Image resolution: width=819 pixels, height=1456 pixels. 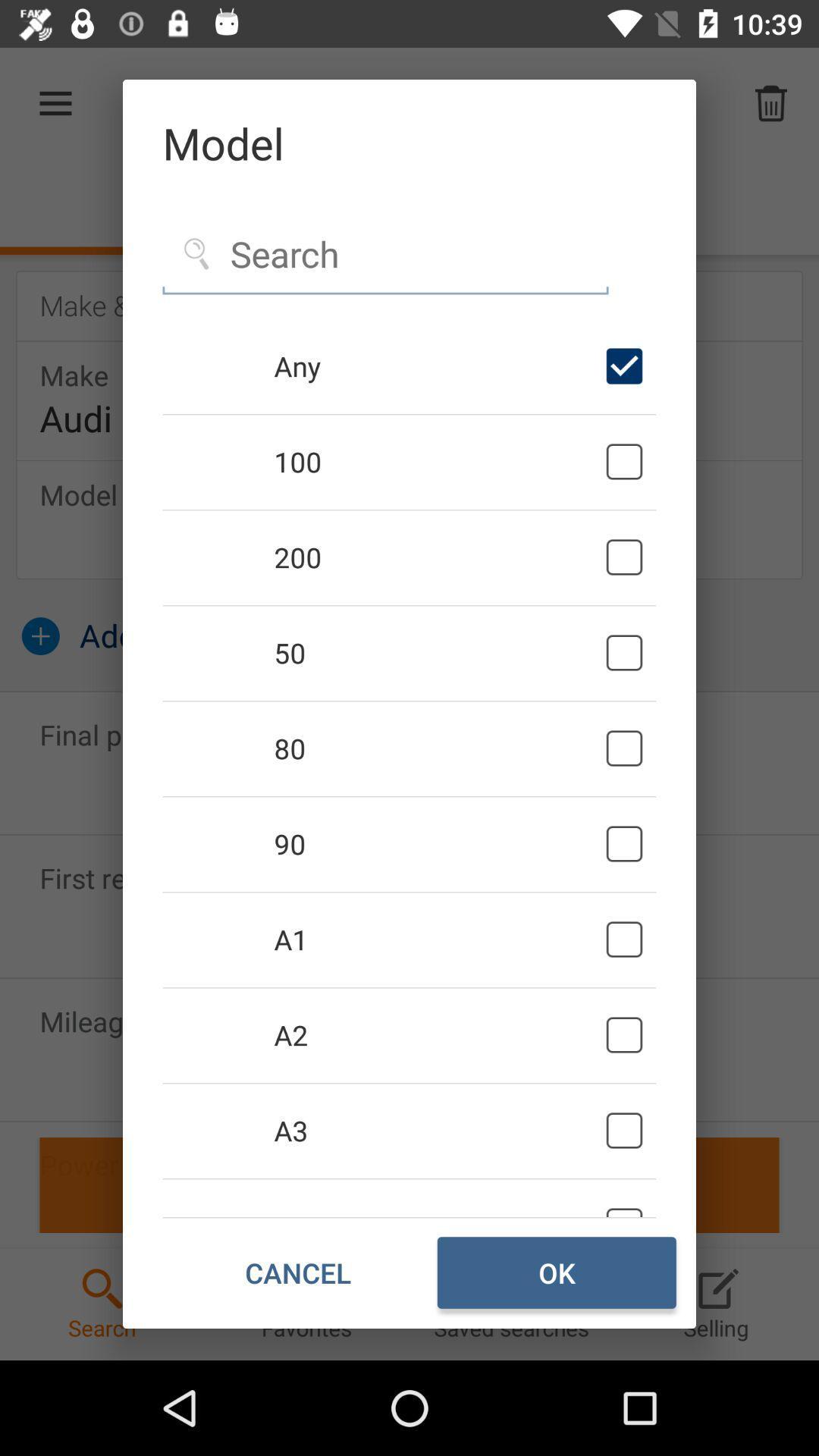 I want to click on the icon below the a2, so click(x=437, y=1131).